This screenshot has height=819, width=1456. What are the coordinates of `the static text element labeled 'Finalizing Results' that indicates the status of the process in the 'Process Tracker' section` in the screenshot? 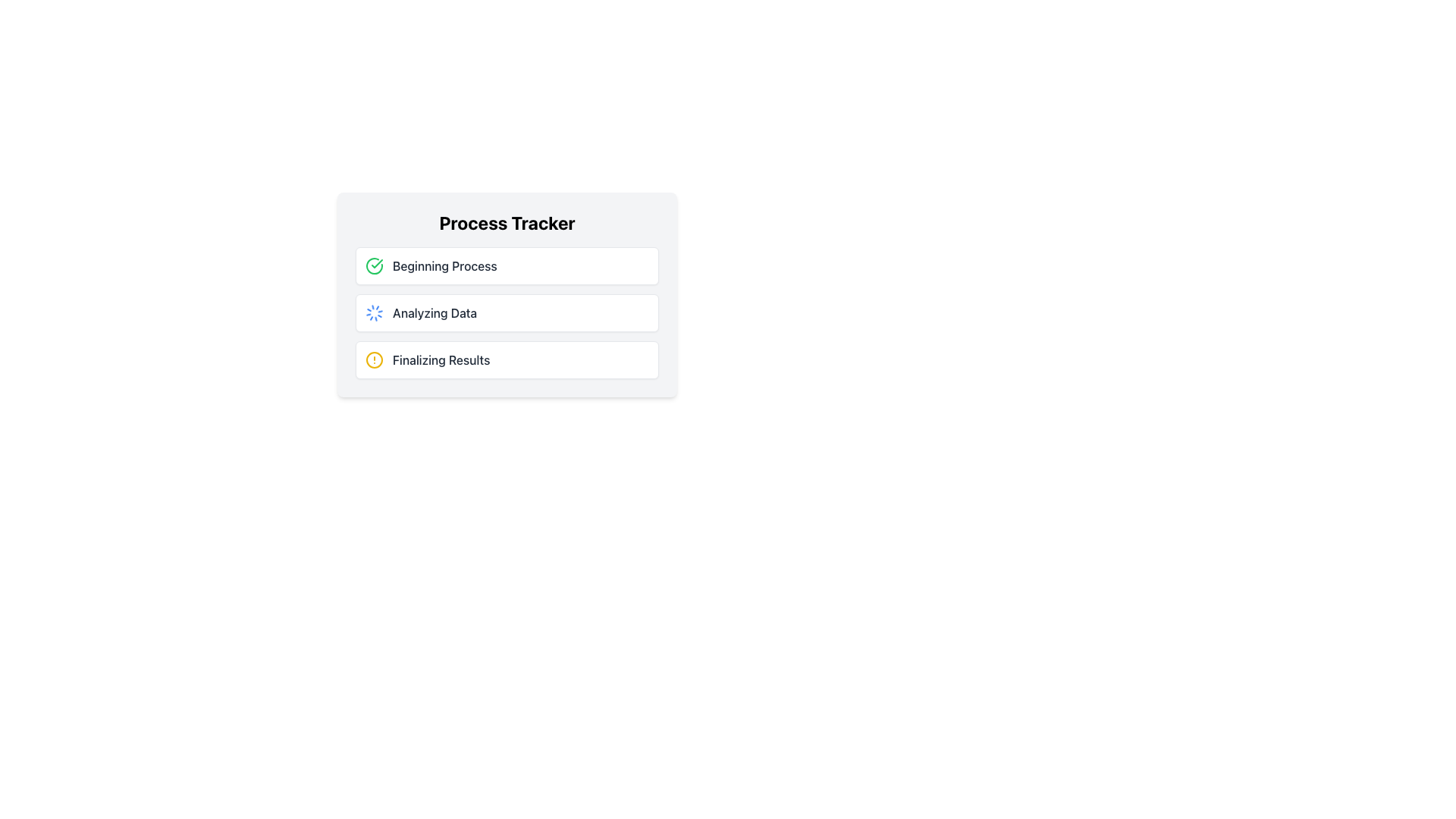 It's located at (441, 359).